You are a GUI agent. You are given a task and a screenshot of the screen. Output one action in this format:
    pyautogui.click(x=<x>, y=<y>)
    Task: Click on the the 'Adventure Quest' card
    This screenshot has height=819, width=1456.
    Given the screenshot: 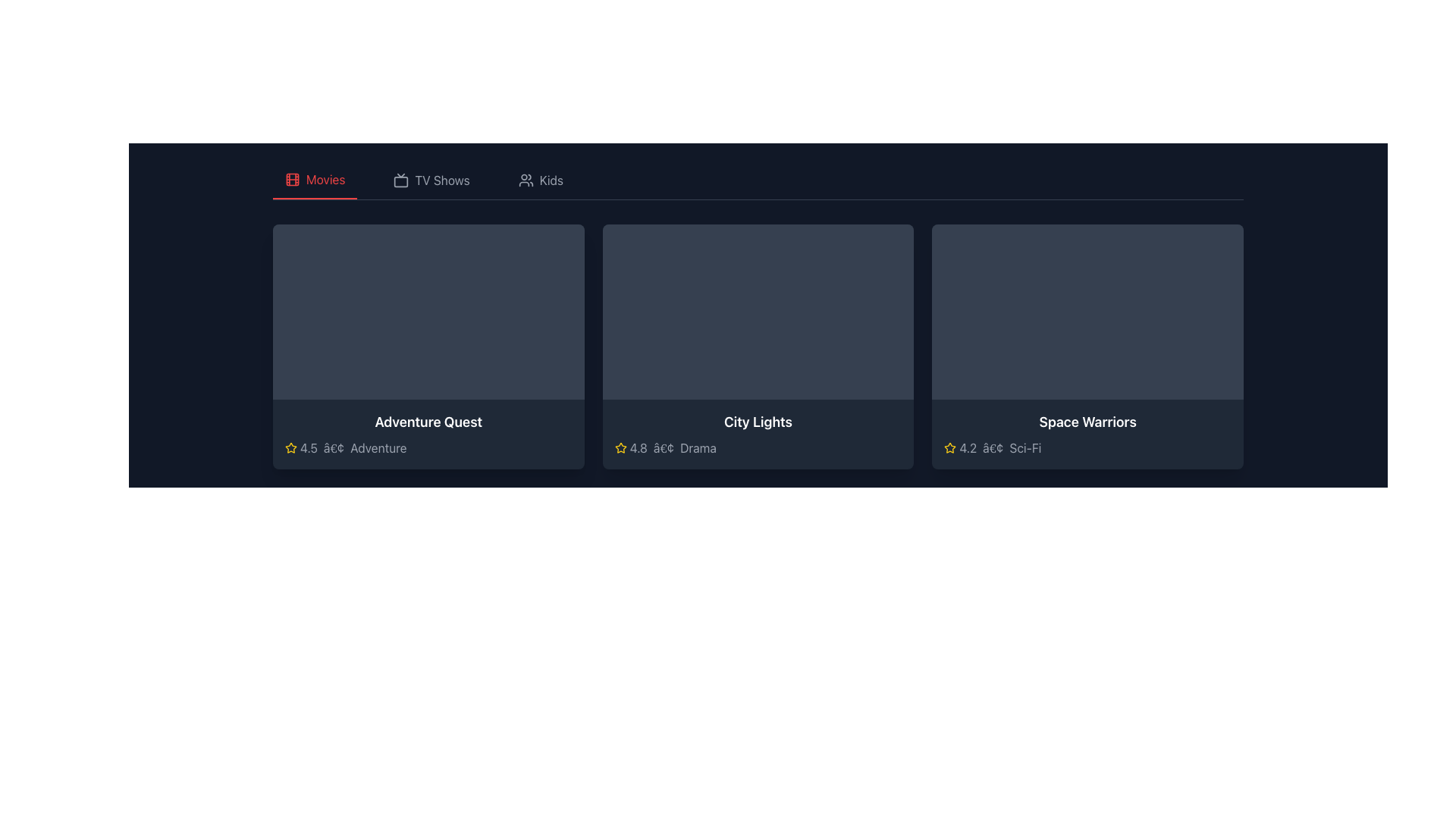 What is the action you would take?
    pyautogui.click(x=428, y=347)
    